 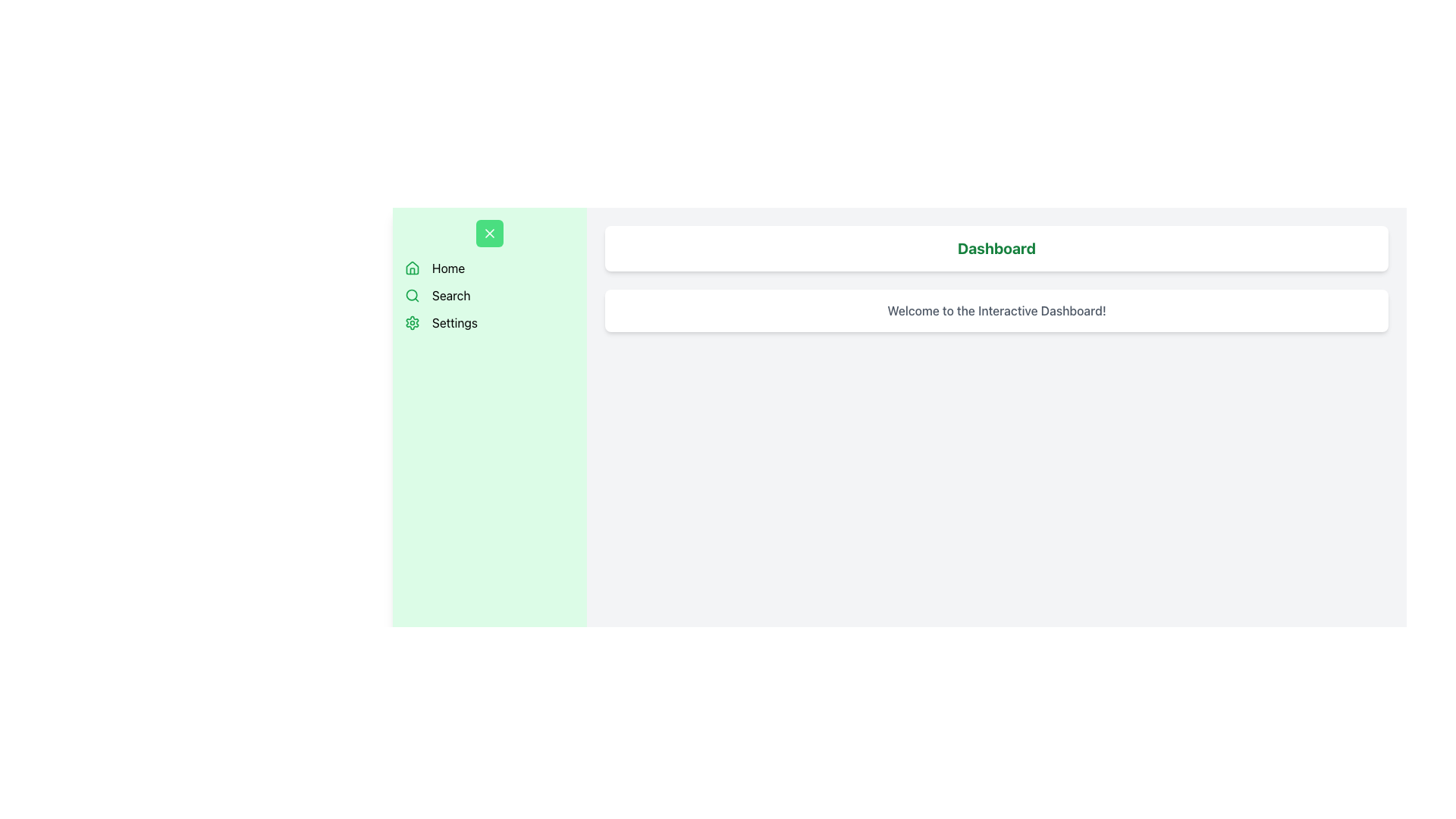 What do you see at coordinates (412, 295) in the screenshot?
I see `the green search icon represented by a magnifying glass symbol, located in the vertical navigation panel, second from the top, with 'Search' label next to it` at bounding box center [412, 295].